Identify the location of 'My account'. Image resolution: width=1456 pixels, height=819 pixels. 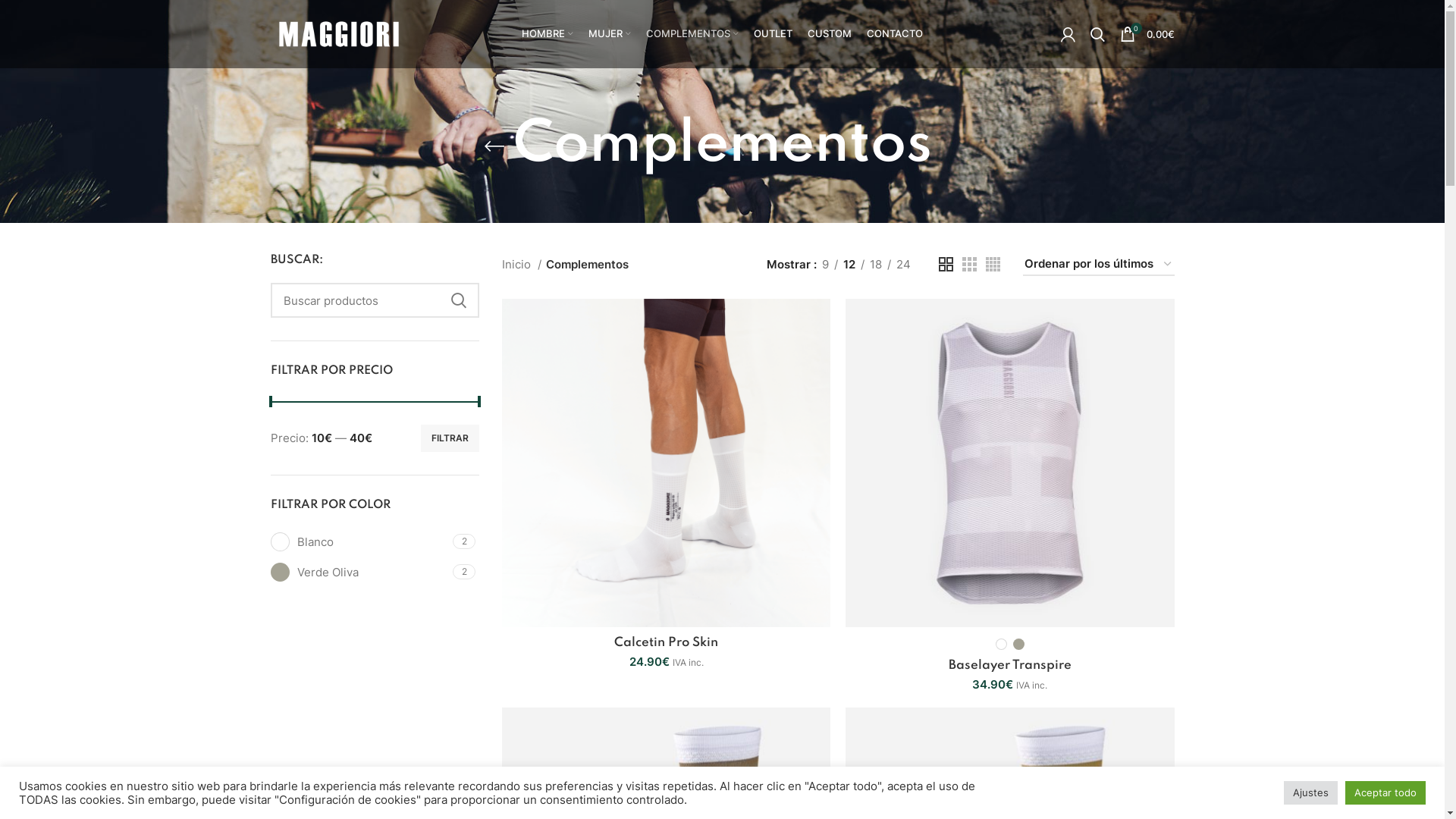
(1066, 34).